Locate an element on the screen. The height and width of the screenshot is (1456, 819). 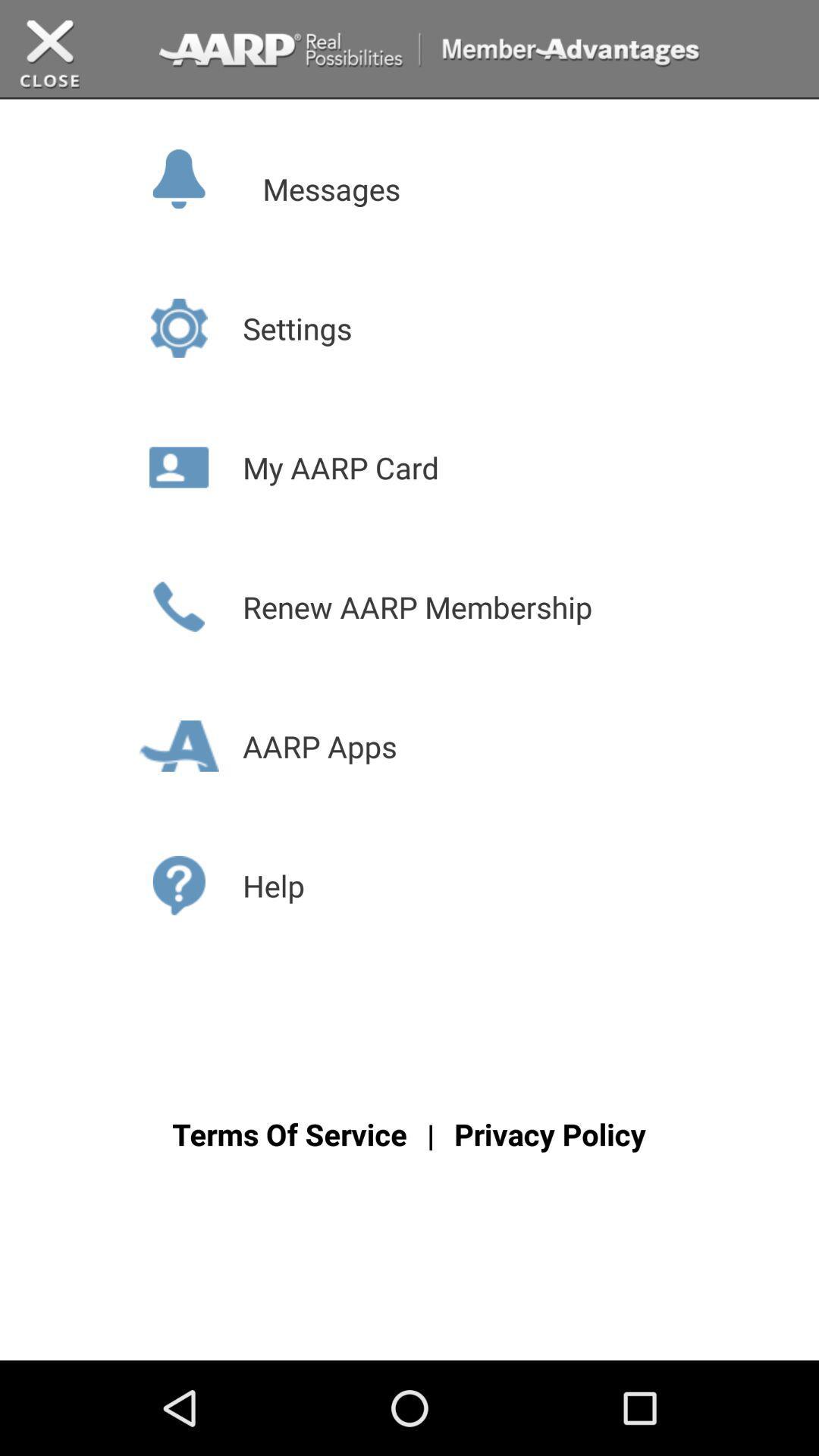
the messages icon on the page is located at coordinates (209, 177).